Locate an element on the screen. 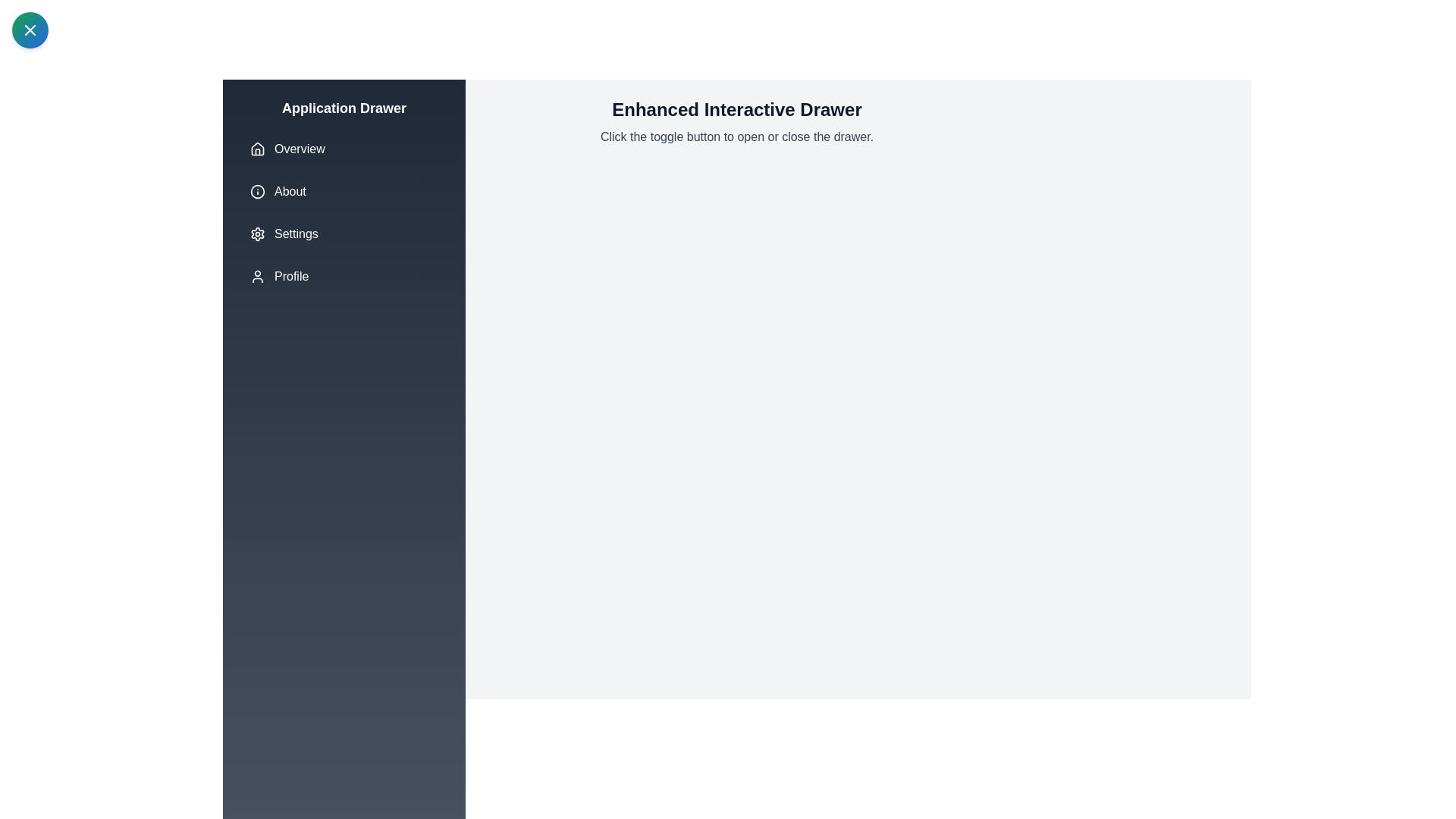 The height and width of the screenshot is (819, 1456). the section Overview in the drawer menu is located at coordinates (344, 149).